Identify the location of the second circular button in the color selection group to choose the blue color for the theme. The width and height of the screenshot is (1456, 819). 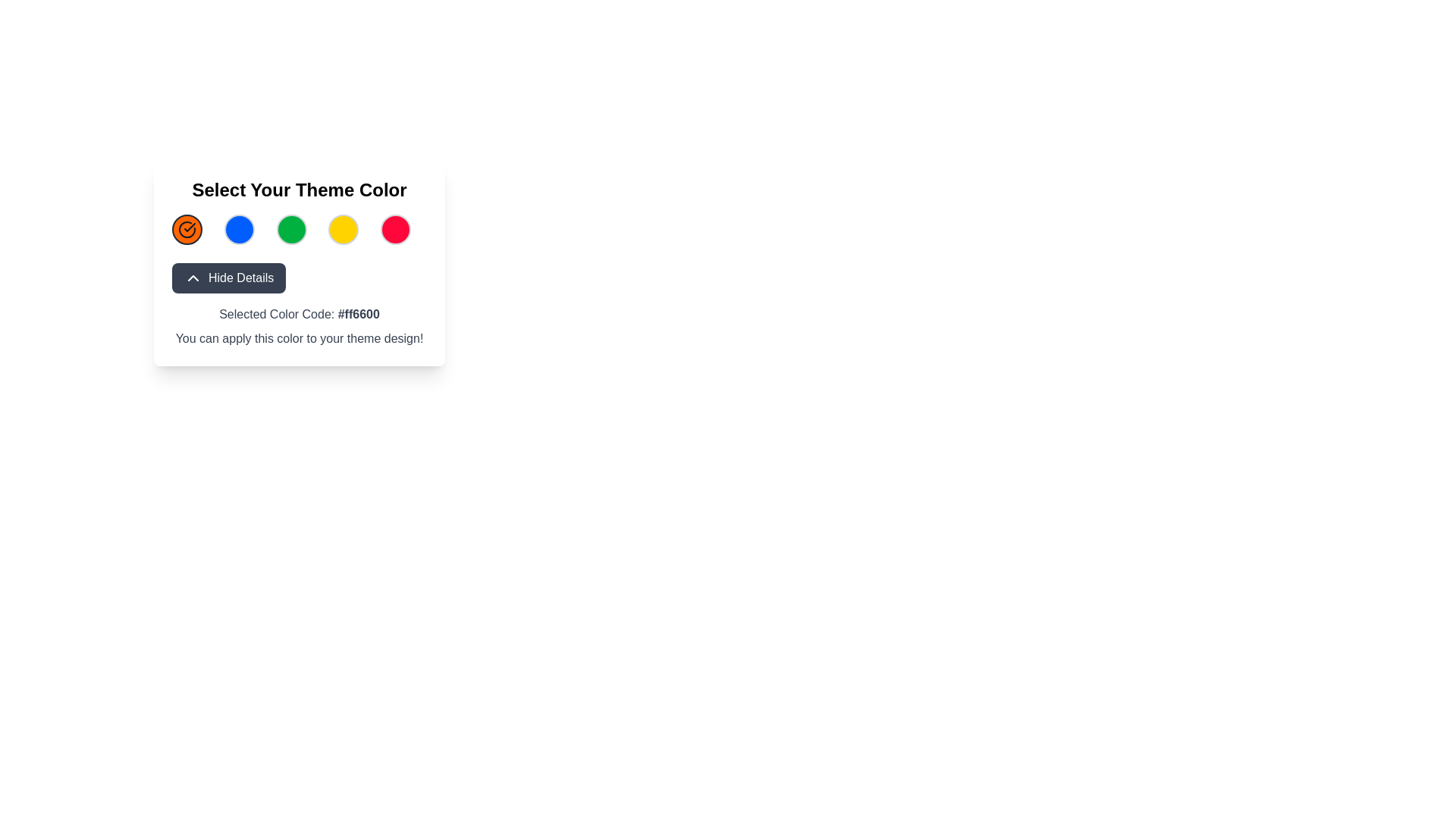
(238, 230).